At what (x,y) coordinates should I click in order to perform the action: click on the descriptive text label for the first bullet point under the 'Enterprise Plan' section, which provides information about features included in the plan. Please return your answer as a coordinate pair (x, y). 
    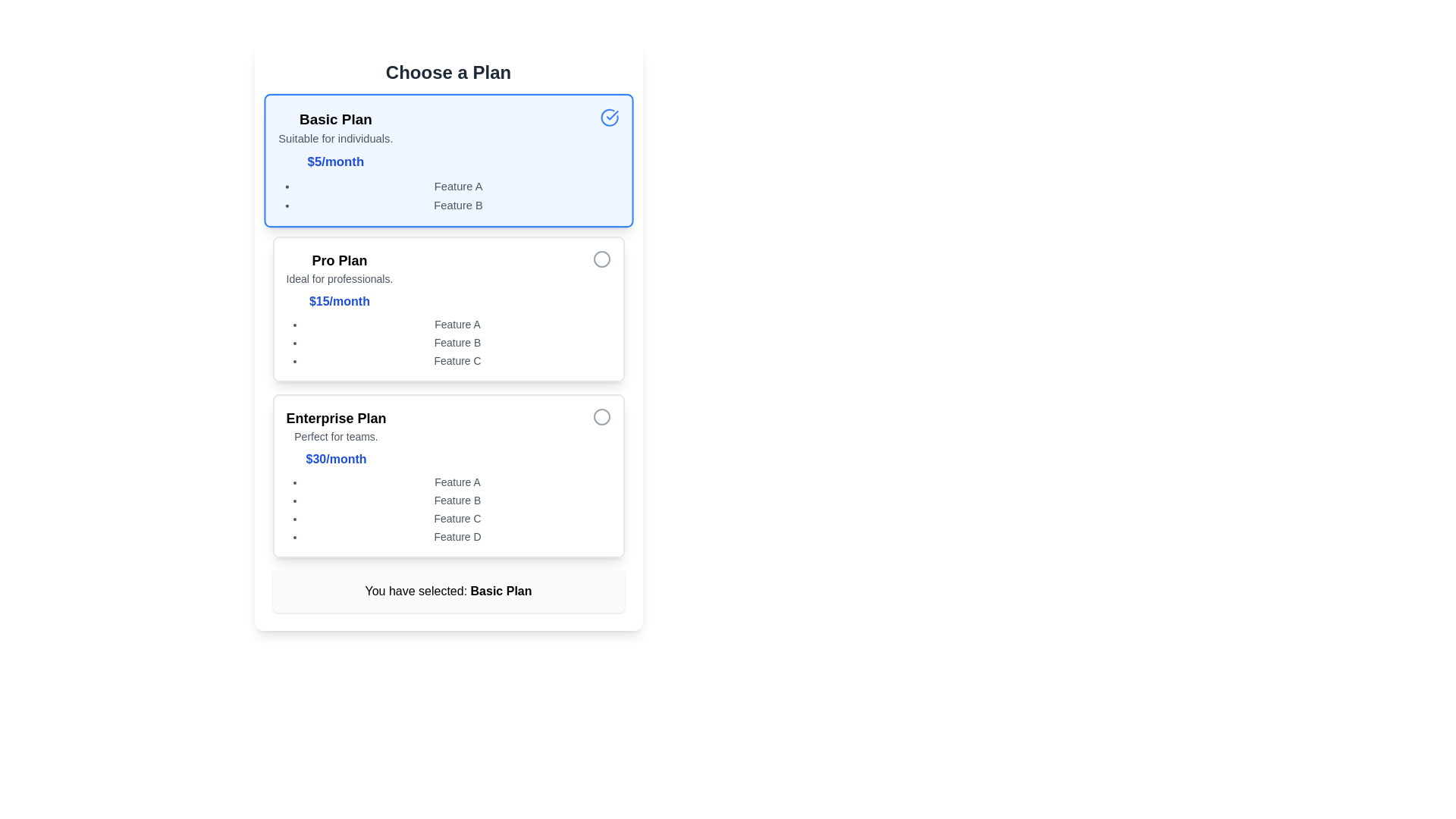
    Looking at the image, I should click on (457, 482).